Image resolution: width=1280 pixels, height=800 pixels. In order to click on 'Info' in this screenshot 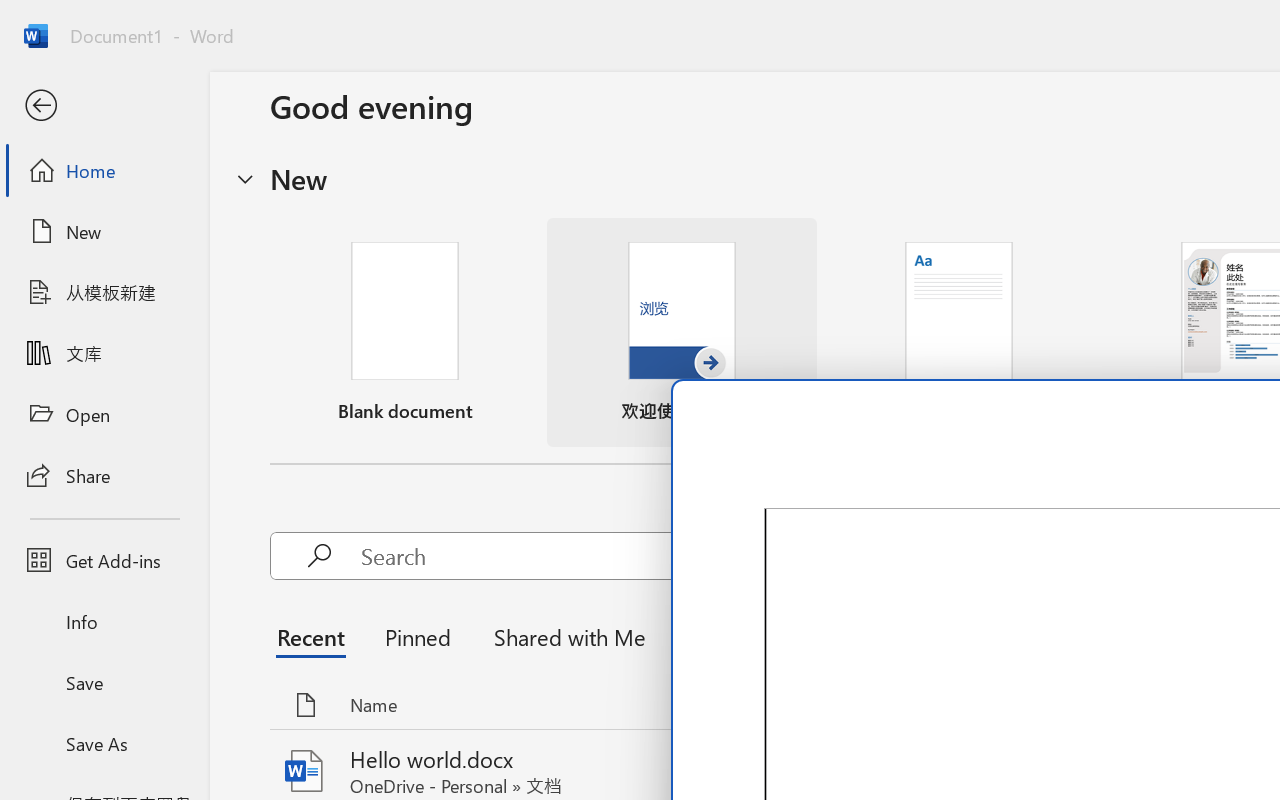, I will do `click(103, 621)`.